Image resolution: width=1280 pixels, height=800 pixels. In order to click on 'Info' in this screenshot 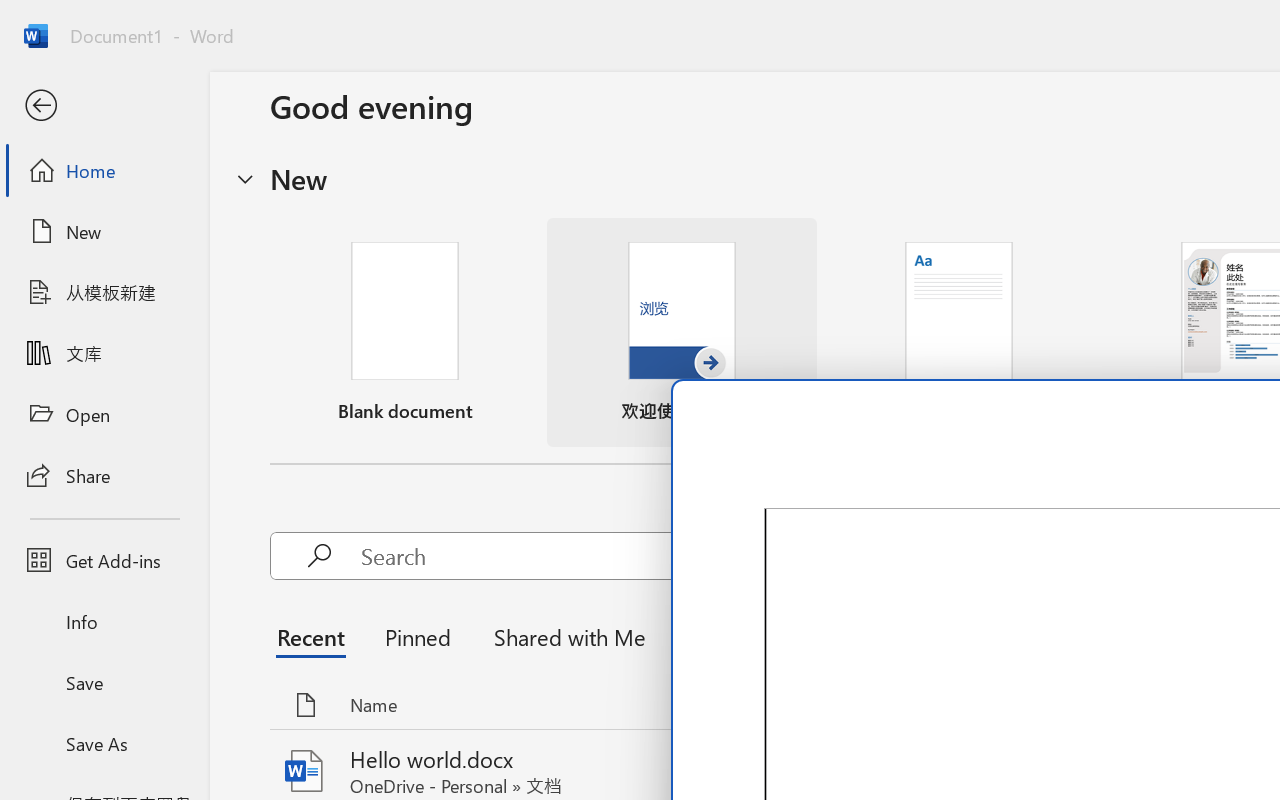, I will do `click(103, 621)`.